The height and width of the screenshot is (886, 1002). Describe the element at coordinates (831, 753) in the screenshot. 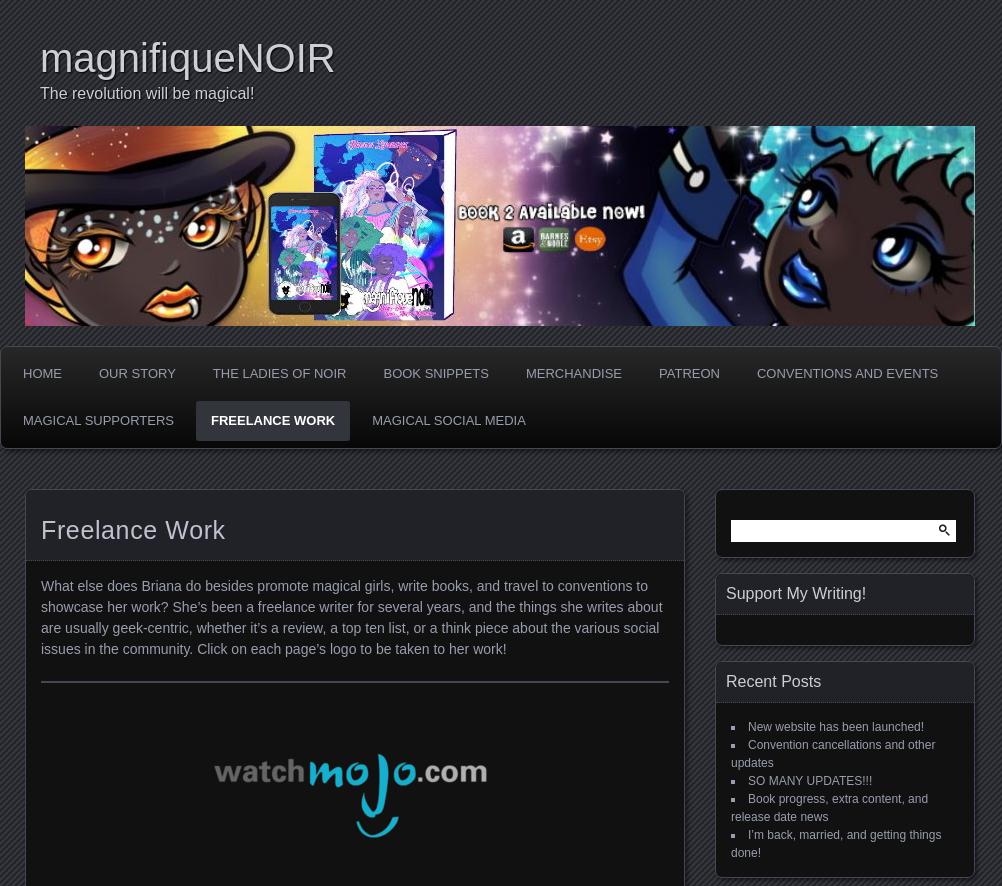

I see `'Convention cancellations and other updates'` at that location.